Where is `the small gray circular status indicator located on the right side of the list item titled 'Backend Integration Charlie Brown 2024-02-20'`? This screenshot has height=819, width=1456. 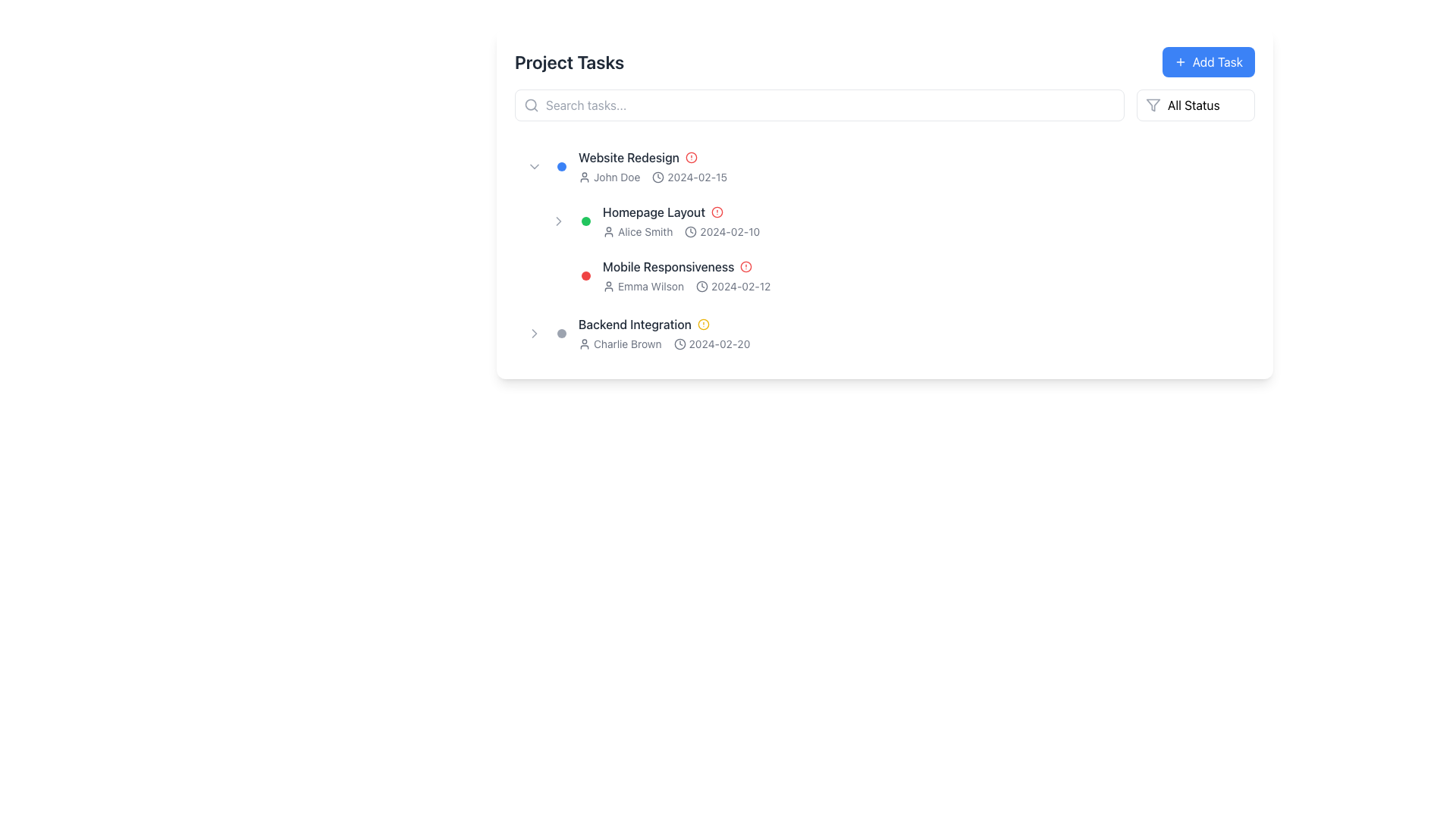
the small gray circular status indicator located on the right side of the list item titled 'Backend Integration Charlie Brown 2024-02-20' is located at coordinates (560, 332).